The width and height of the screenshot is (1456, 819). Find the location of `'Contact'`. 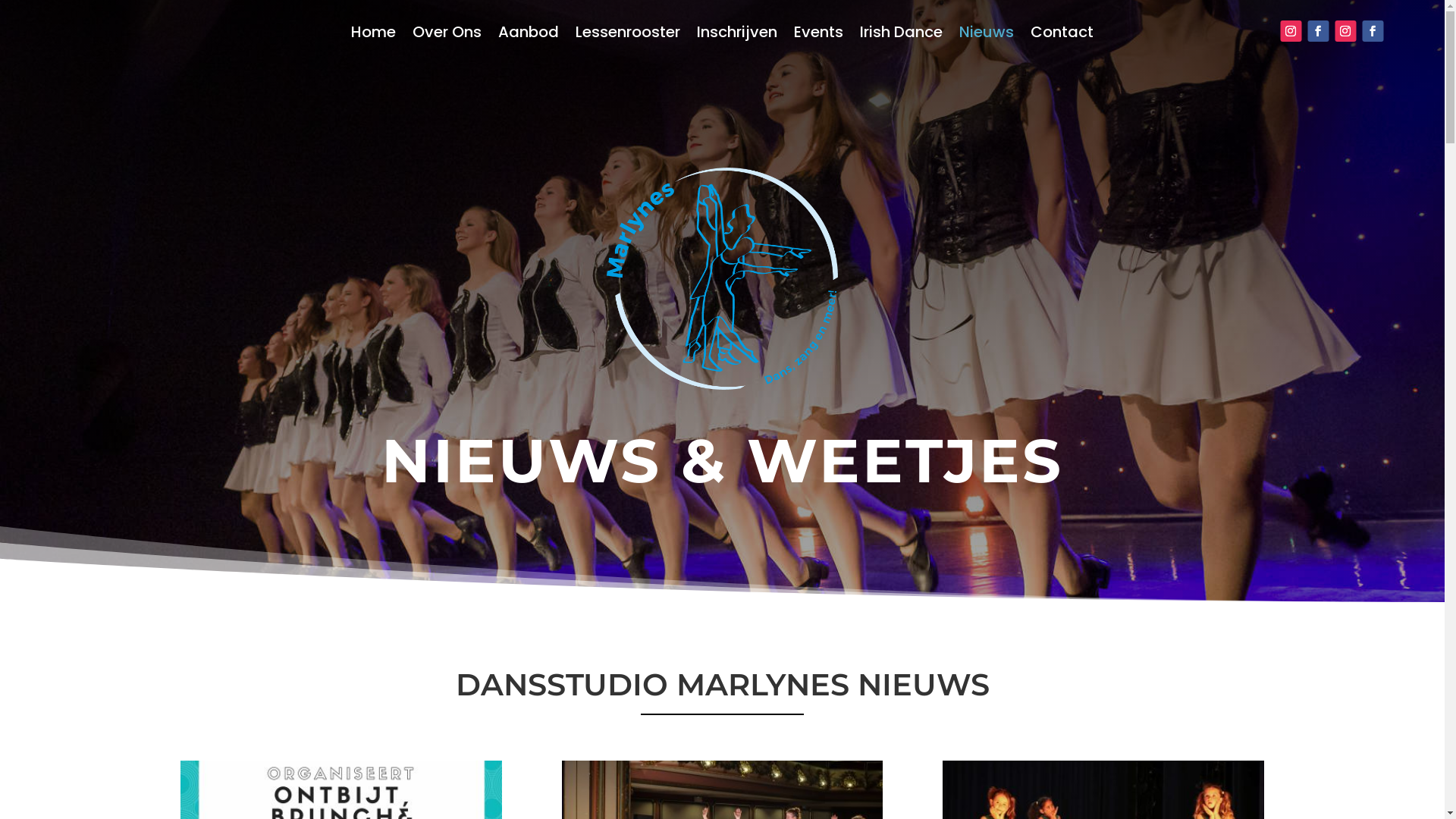

'Contact' is located at coordinates (1061, 34).